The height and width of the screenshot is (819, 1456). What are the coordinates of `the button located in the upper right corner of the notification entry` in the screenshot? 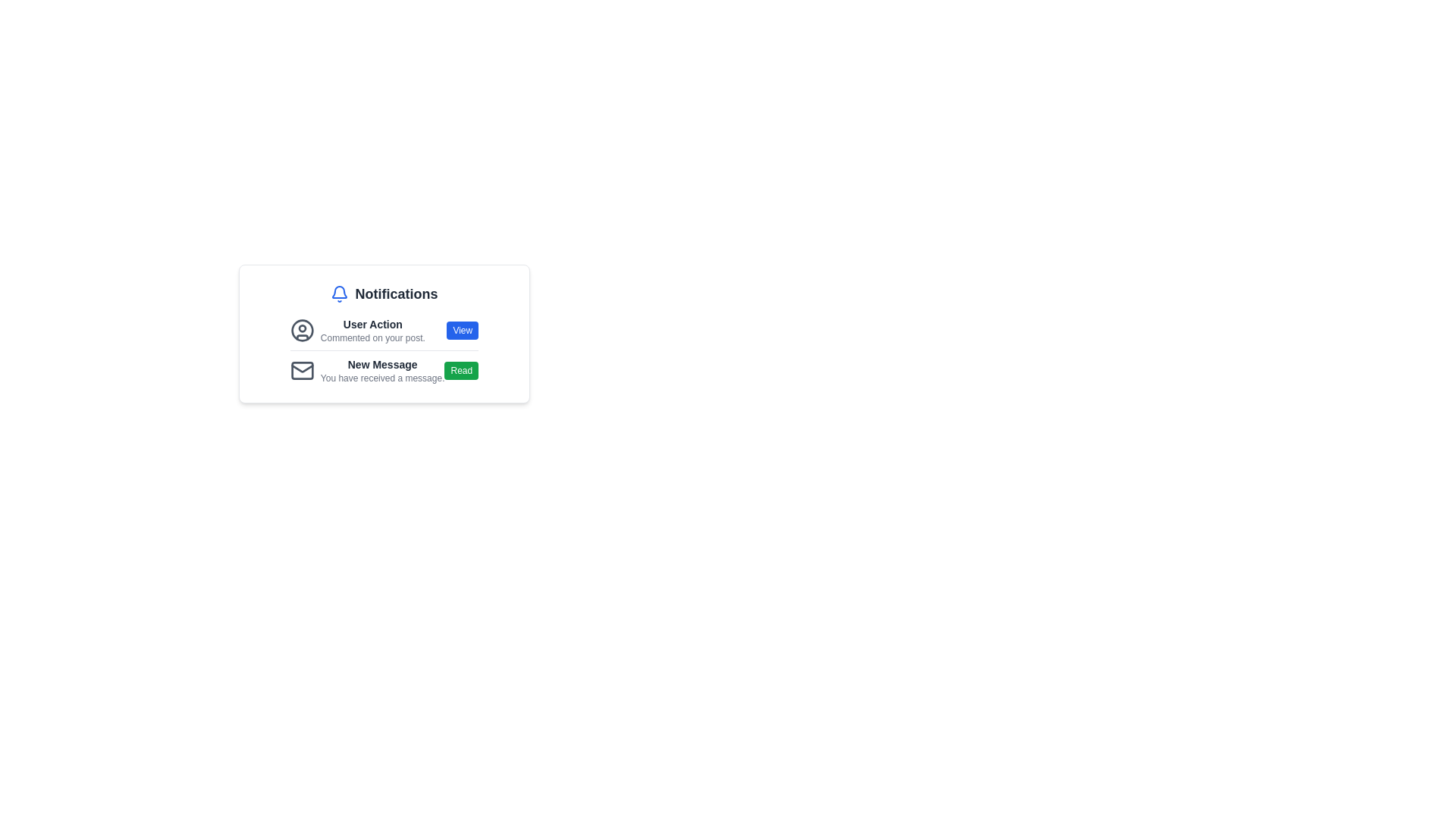 It's located at (462, 329).